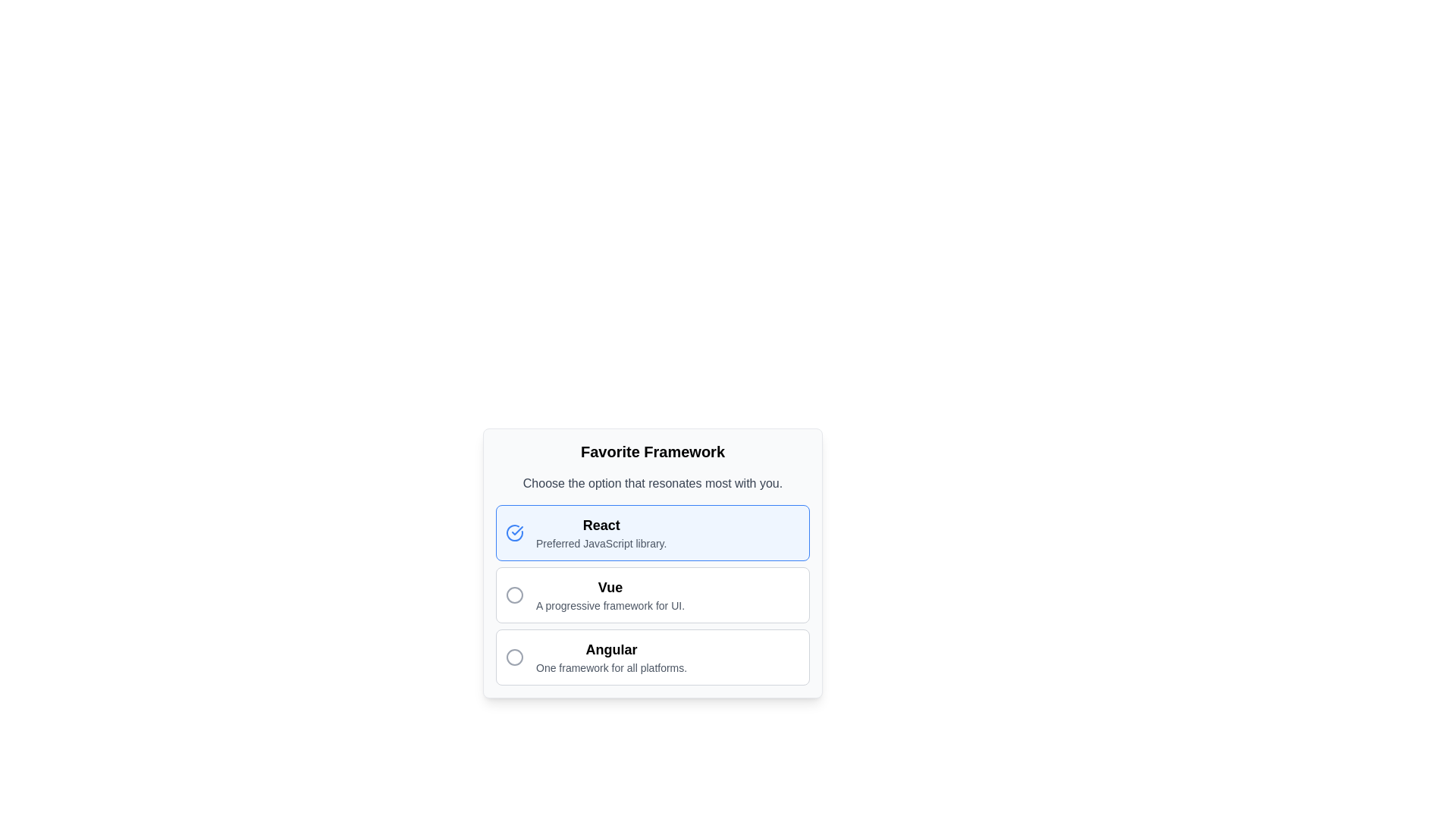 The height and width of the screenshot is (819, 1456). Describe the element at coordinates (611, 657) in the screenshot. I see `the selectable card representing the Angular framework, which is the third option in the list of frameworks under 'Favorite Framework.'` at that location.